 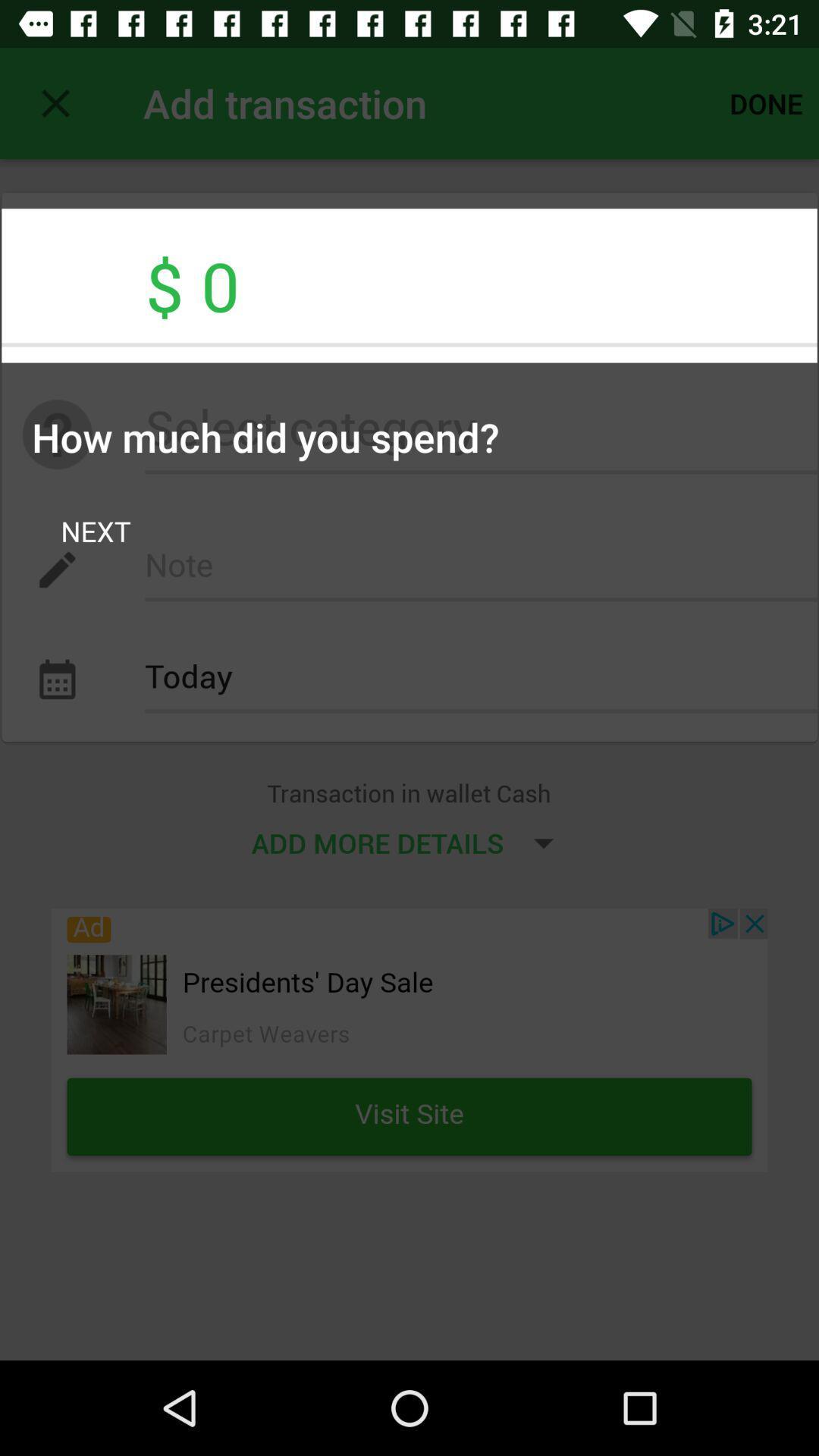 What do you see at coordinates (481, 569) in the screenshot?
I see `the item above the today item` at bounding box center [481, 569].